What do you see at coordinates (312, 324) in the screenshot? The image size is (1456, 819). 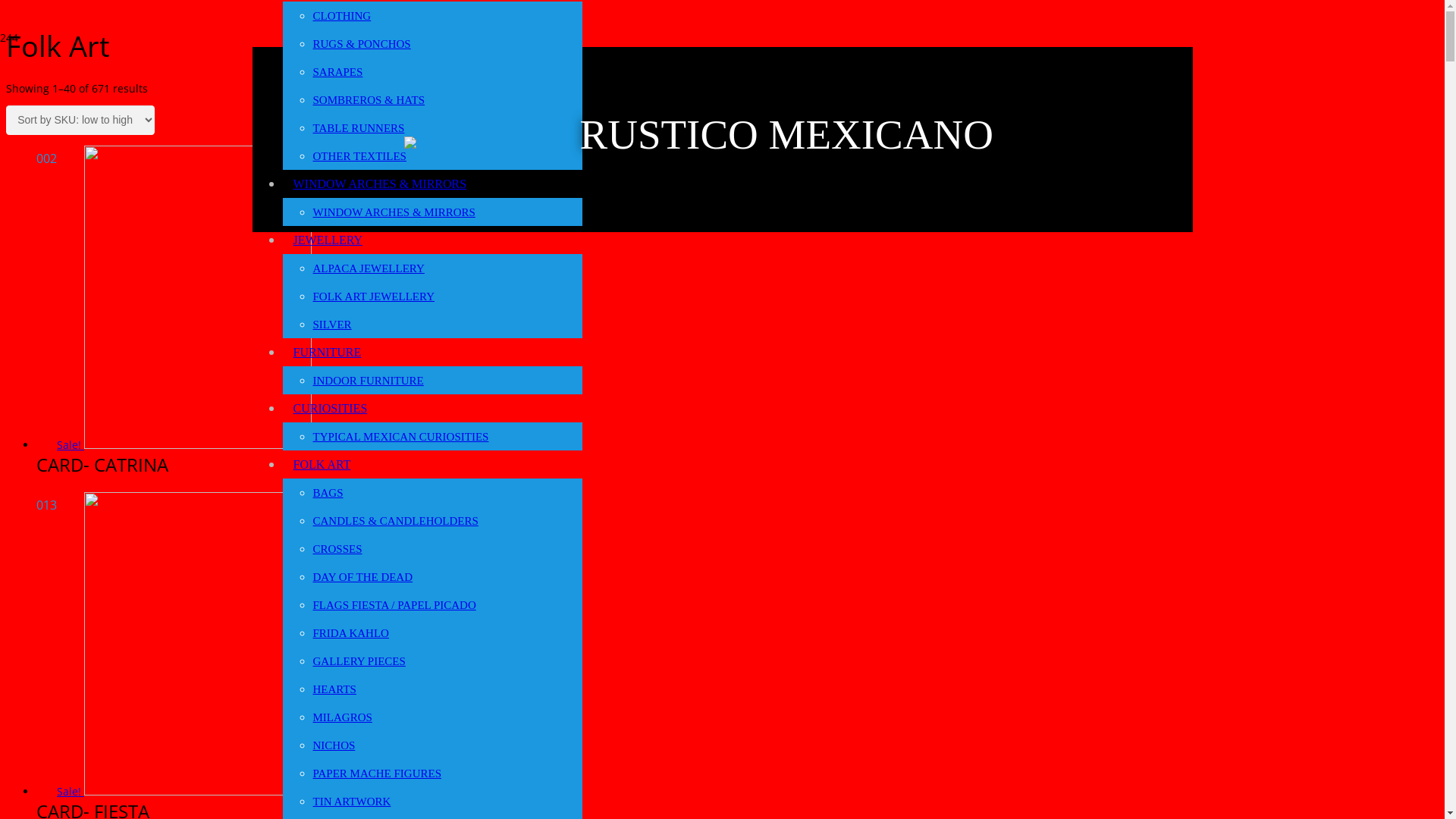 I see `'SILVER'` at bounding box center [312, 324].